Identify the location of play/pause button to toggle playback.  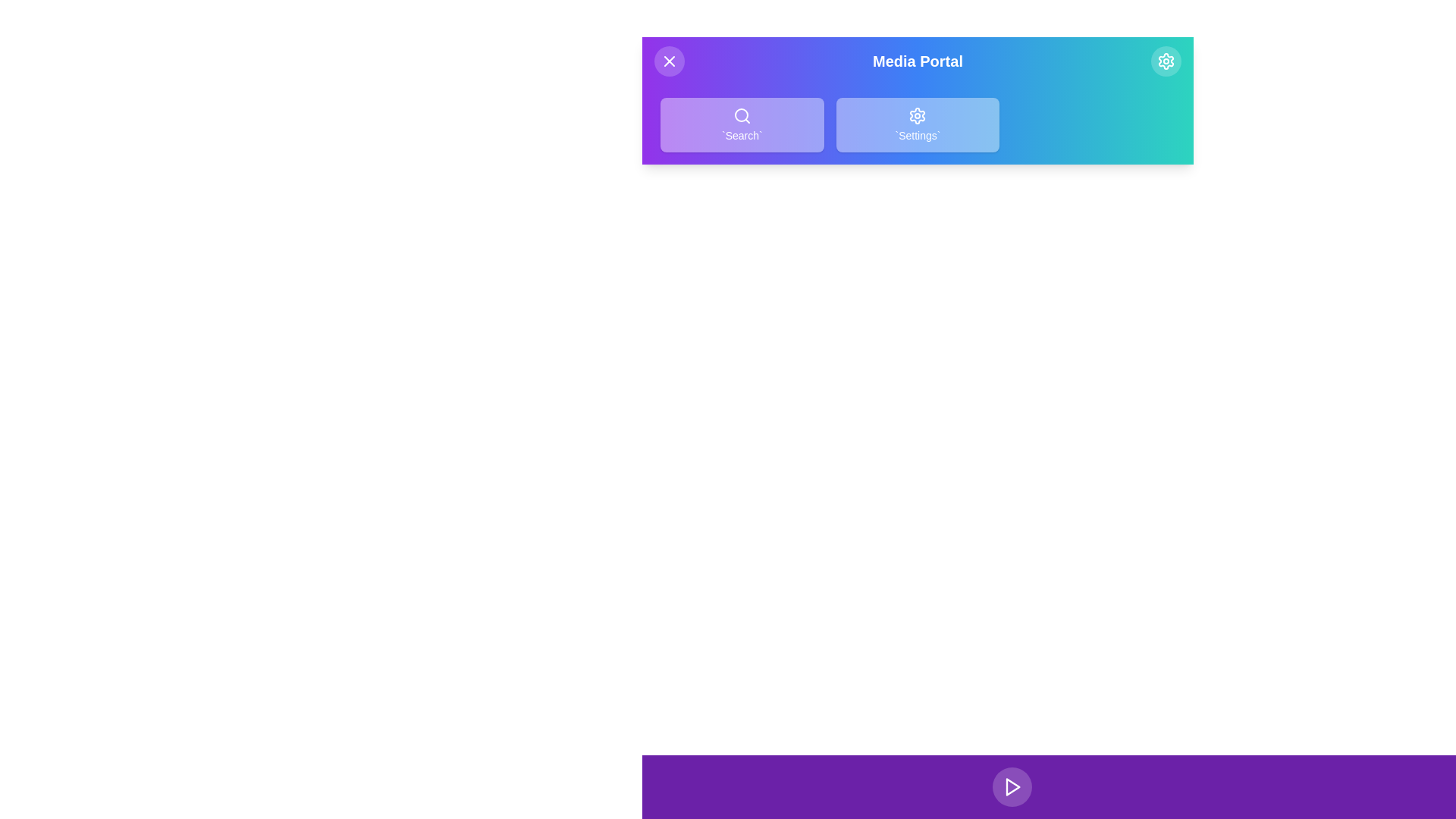
(1012, 786).